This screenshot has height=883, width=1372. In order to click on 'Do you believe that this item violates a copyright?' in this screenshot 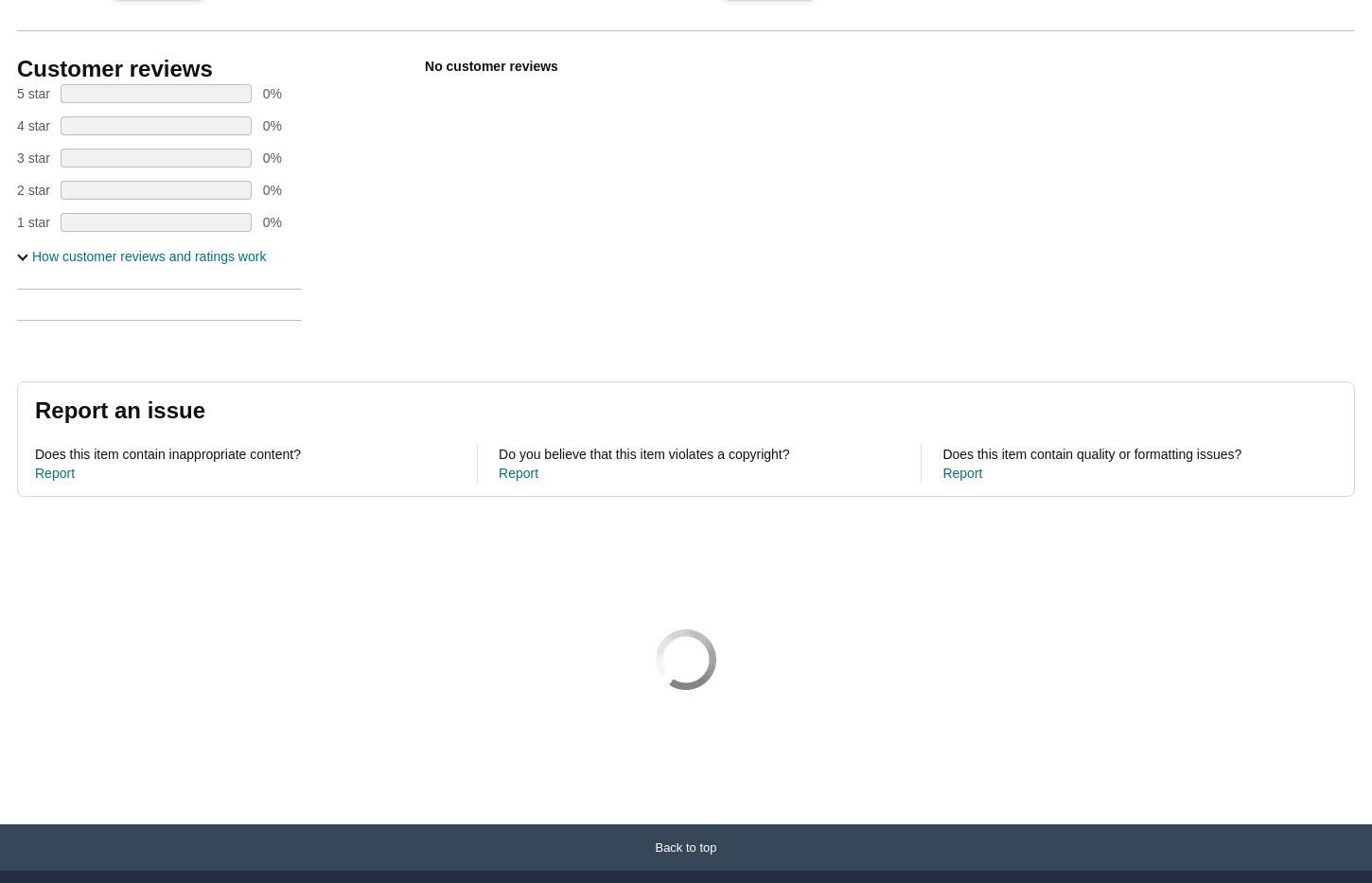, I will do `click(498, 454)`.